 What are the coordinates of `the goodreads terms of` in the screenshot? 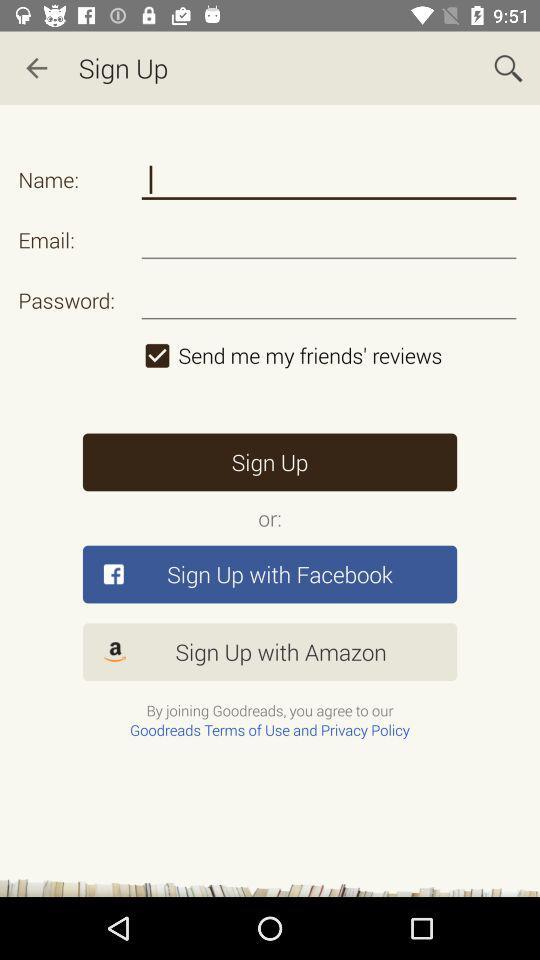 It's located at (270, 729).